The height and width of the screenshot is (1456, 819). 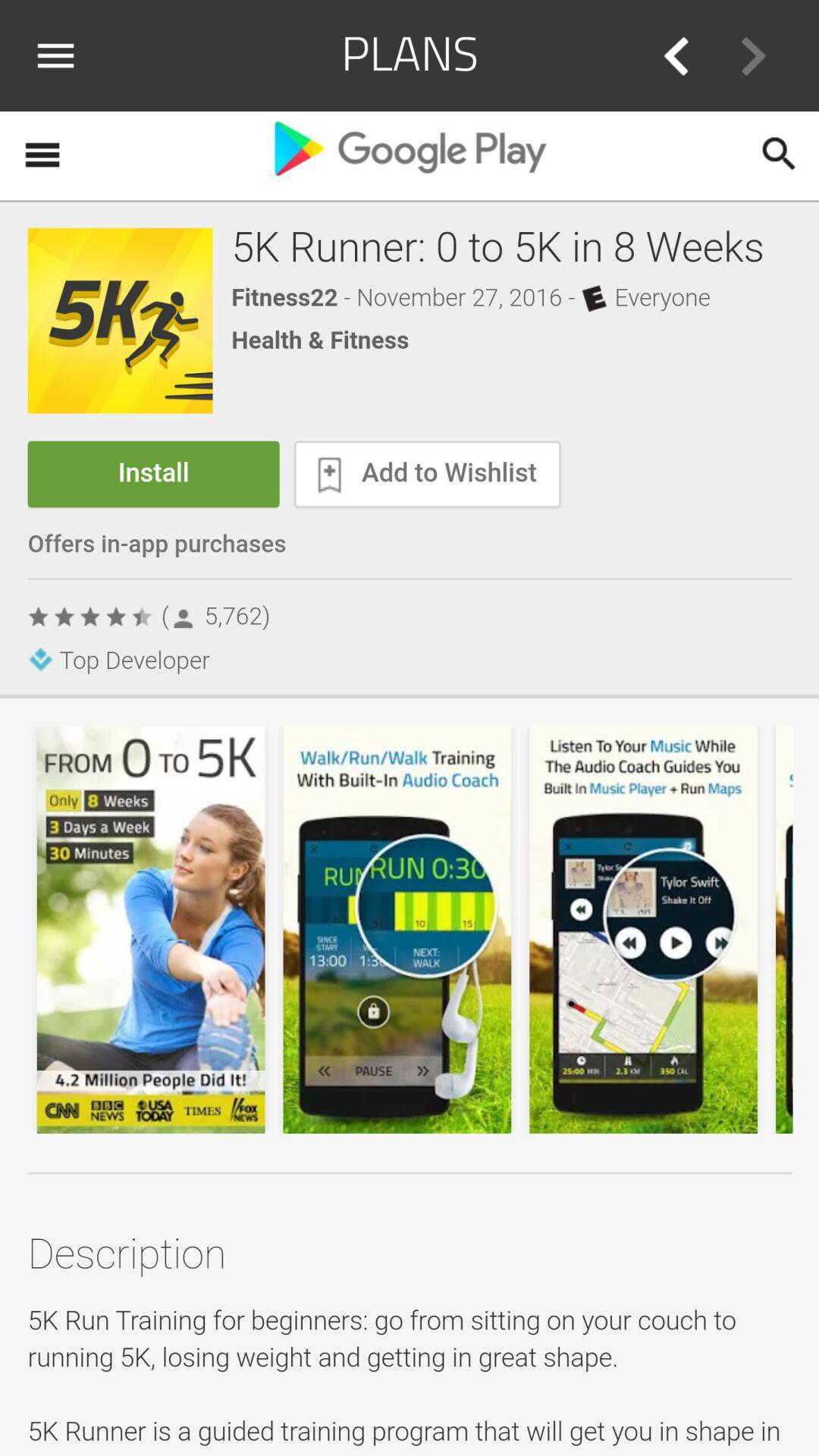 What do you see at coordinates (61, 55) in the screenshot?
I see `setting the option` at bounding box center [61, 55].